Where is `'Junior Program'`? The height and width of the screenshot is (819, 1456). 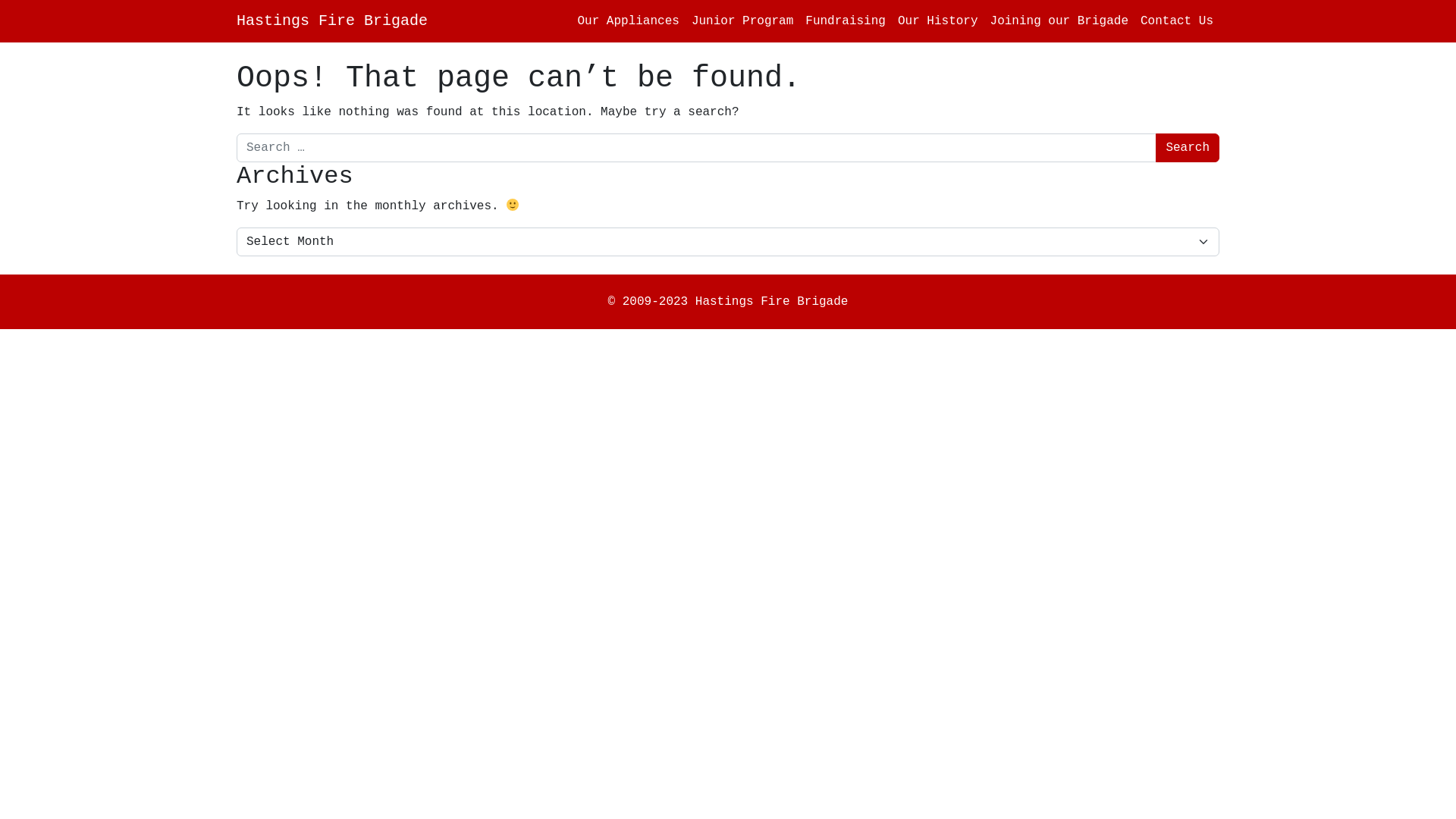 'Junior Program' is located at coordinates (742, 20).